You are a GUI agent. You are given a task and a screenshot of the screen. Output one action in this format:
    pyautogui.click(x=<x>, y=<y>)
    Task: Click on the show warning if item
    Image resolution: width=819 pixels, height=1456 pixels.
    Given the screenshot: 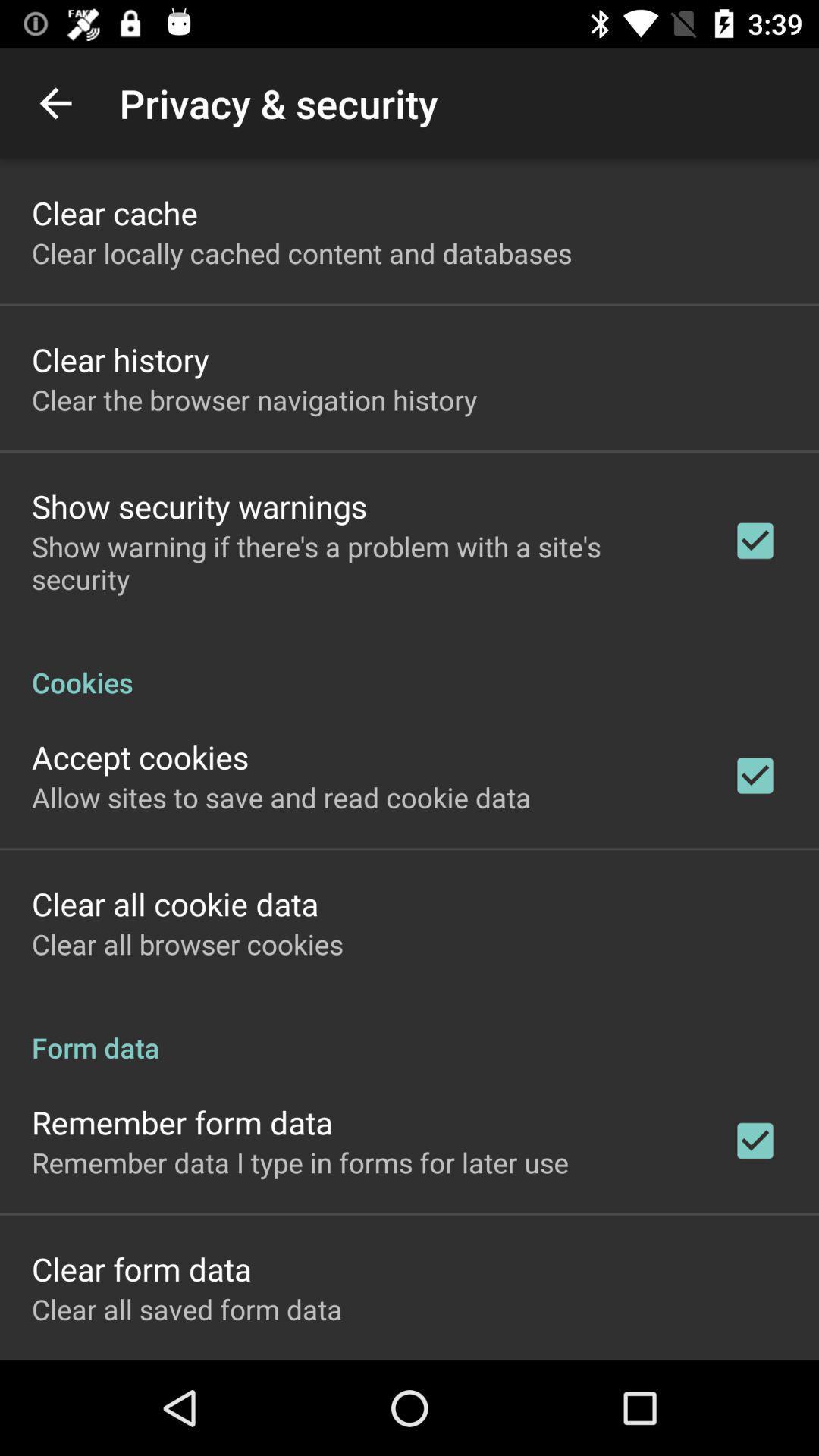 What is the action you would take?
    pyautogui.click(x=362, y=562)
    